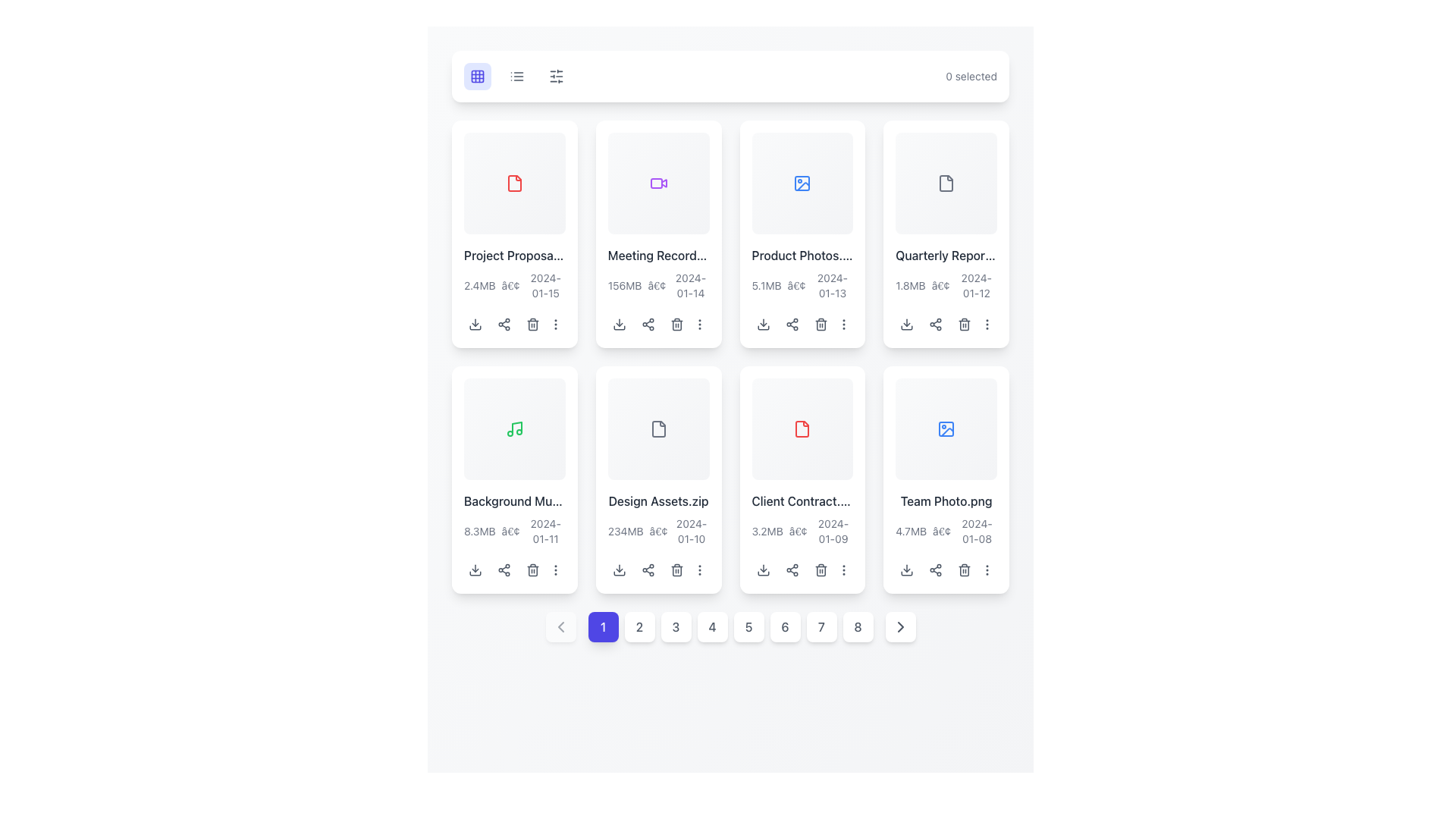 Image resolution: width=1456 pixels, height=819 pixels. I want to click on the circular 'share' icon, which consists of three interconnected circles in a triangular pattern, located below the 'Design Assets.zip' file card, so click(648, 570).